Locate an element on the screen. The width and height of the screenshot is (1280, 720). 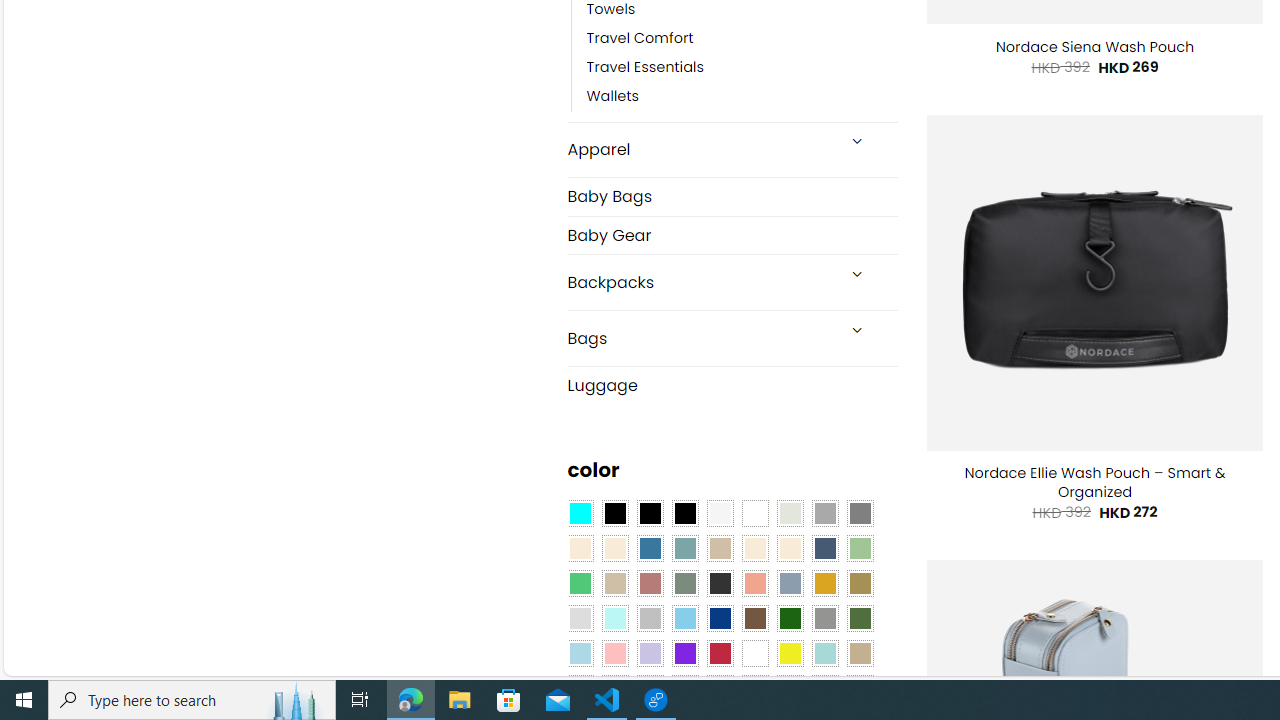
'Aqua Blue' is located at coordinates (578, 513).